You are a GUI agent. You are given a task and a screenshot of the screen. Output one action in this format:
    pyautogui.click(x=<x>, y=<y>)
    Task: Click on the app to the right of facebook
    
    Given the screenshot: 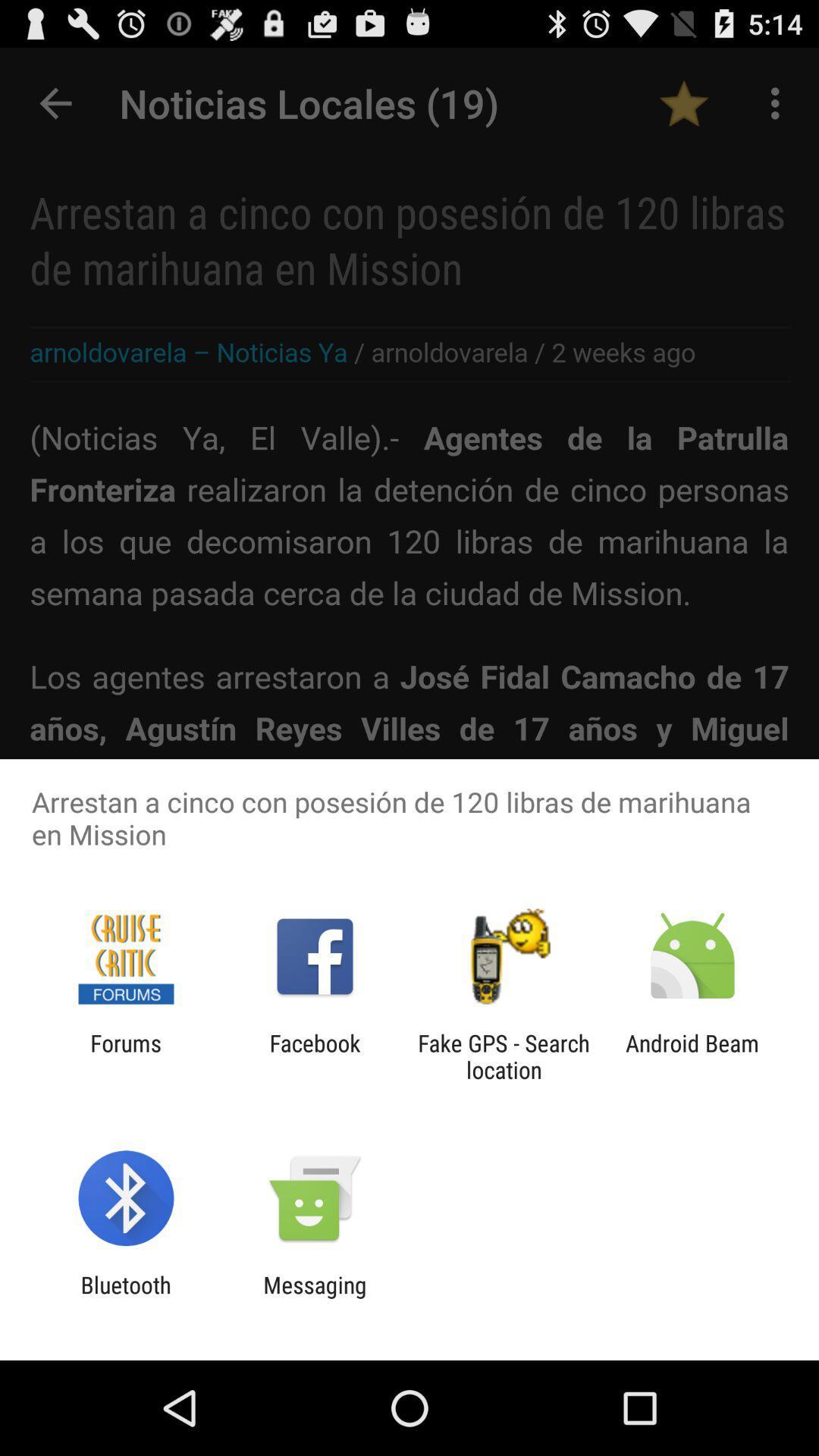 What is the action you would take?
    pyautogui.click(x=504, y=1056)
    